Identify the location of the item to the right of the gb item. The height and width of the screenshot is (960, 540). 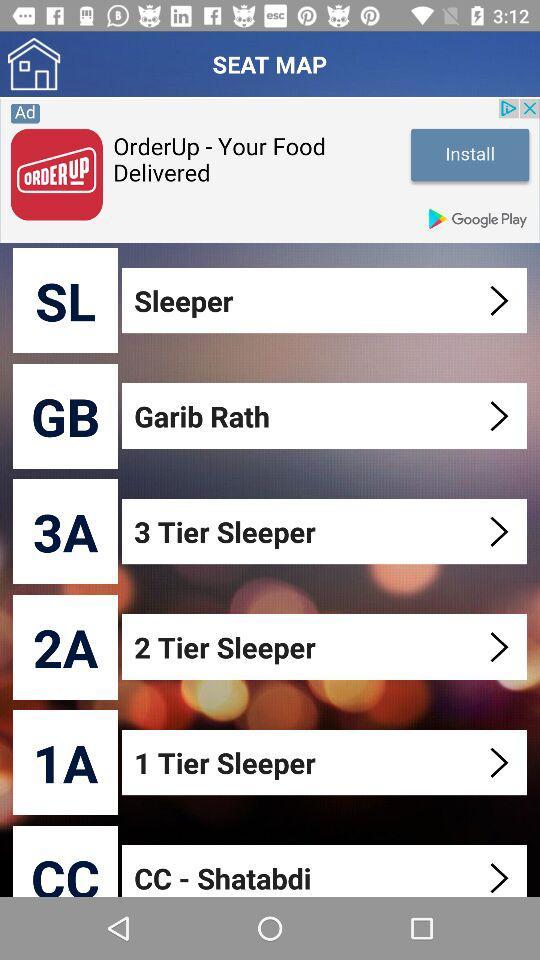
(326, 415).